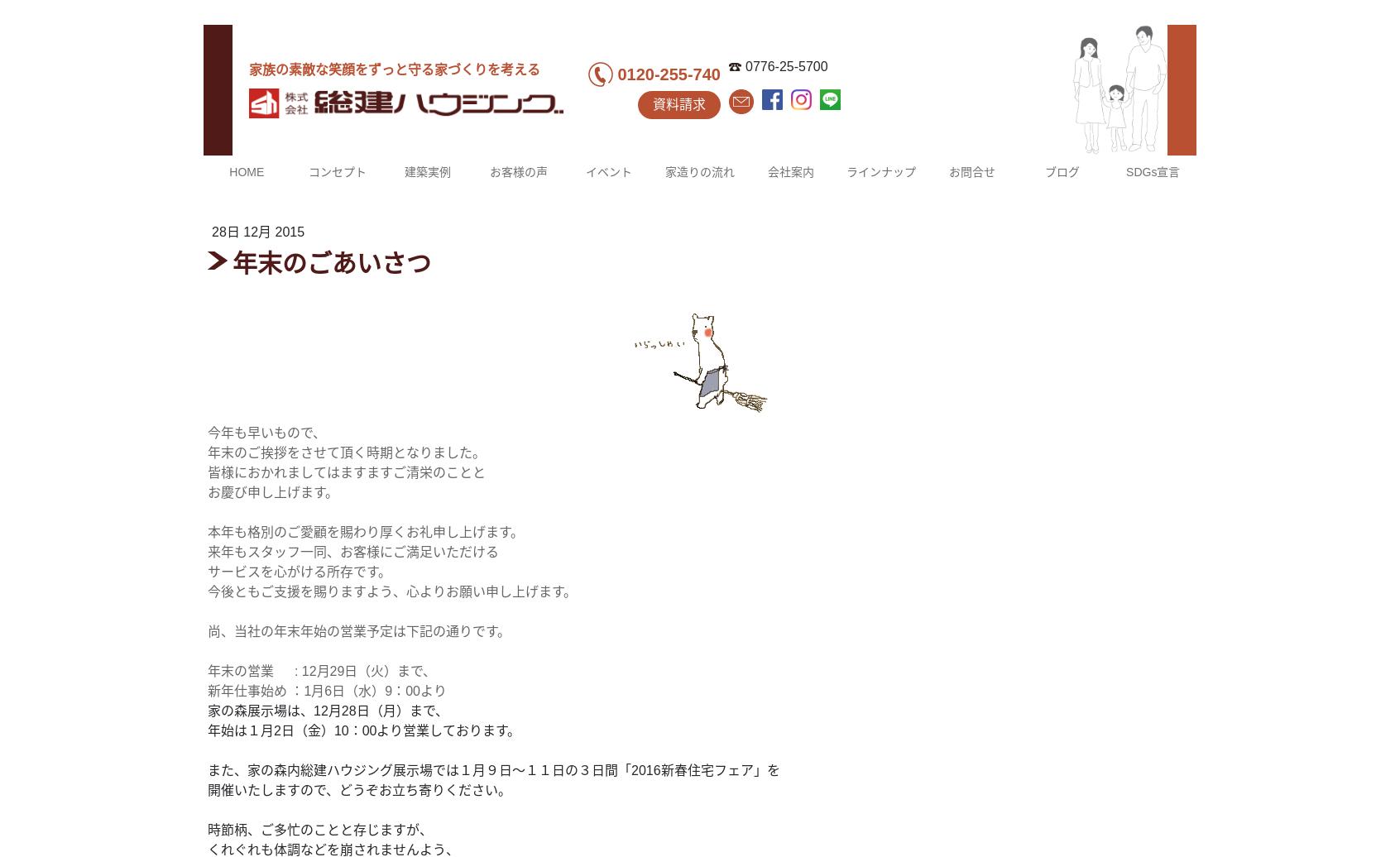 The width and height of the screenshot is (1400, 857). I want to click on '坂井市S様邸', so click(425, 484).